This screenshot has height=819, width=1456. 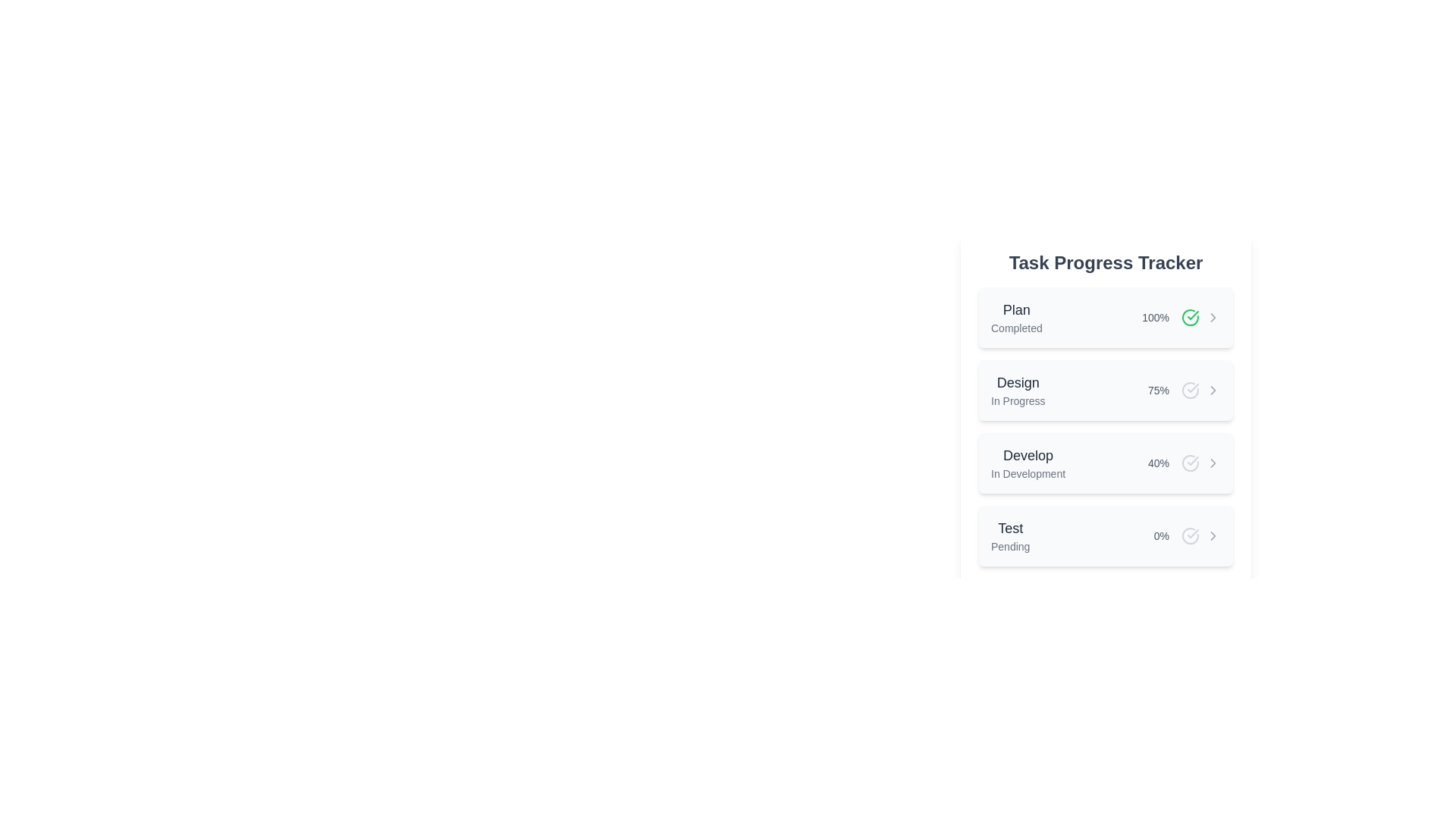 What do you see at coordinates (1106, 427) in the screenshot?
I see `the task progress representation that shows the current status as 'In Progress' and completion percentage as '75%' for the 'Design' task` at bounding box center [1106, 427].